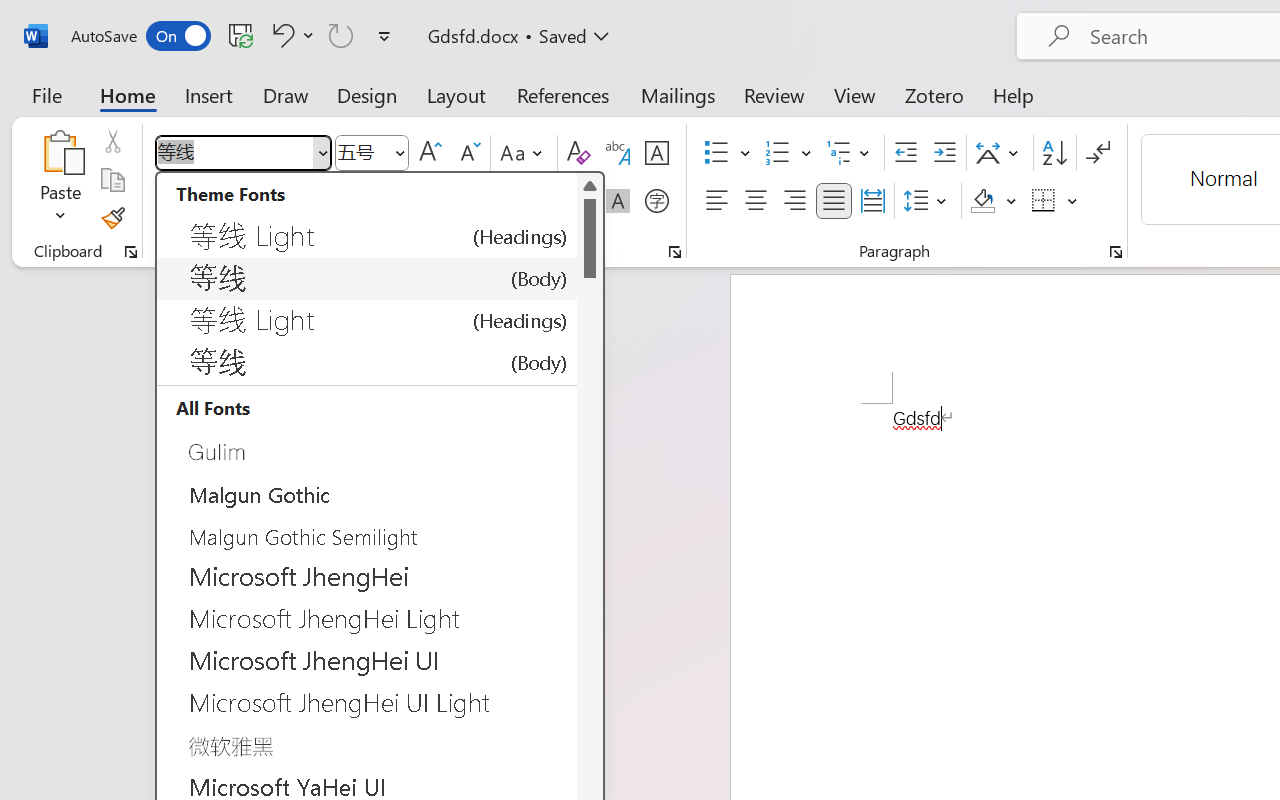 Image resolution: width=1280 pixels, height=800 pixels. Describe the element at coordinates (617, 201) in the screenshot. I see `'Character Shading'` at that location.